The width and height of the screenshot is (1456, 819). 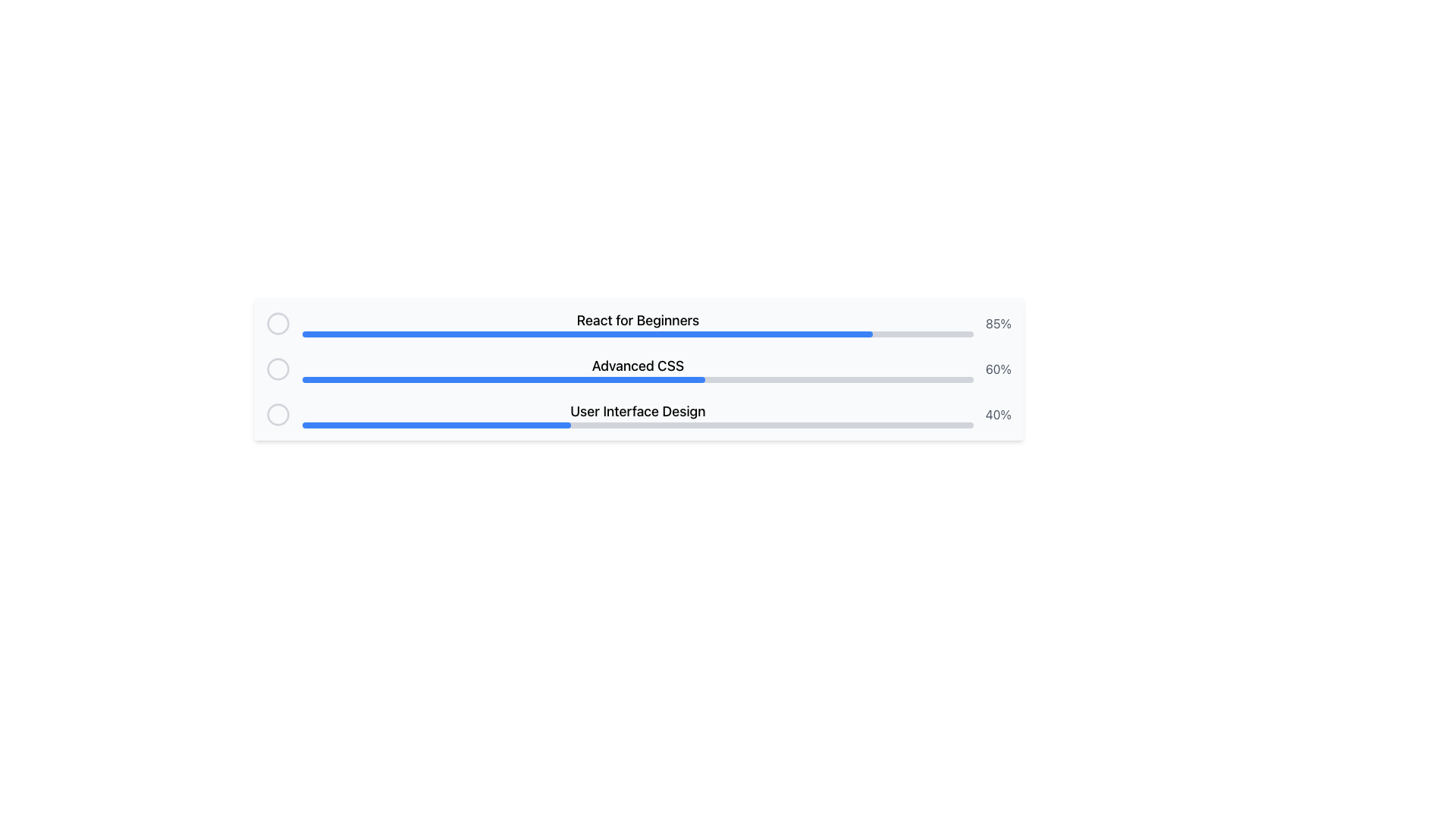 I want to click on the progress bar indicating the progress for 'React for Beginners', which is styled with a gray background and a blue foreground, covering approximately 85% of its length, so click(x=638, y=333).